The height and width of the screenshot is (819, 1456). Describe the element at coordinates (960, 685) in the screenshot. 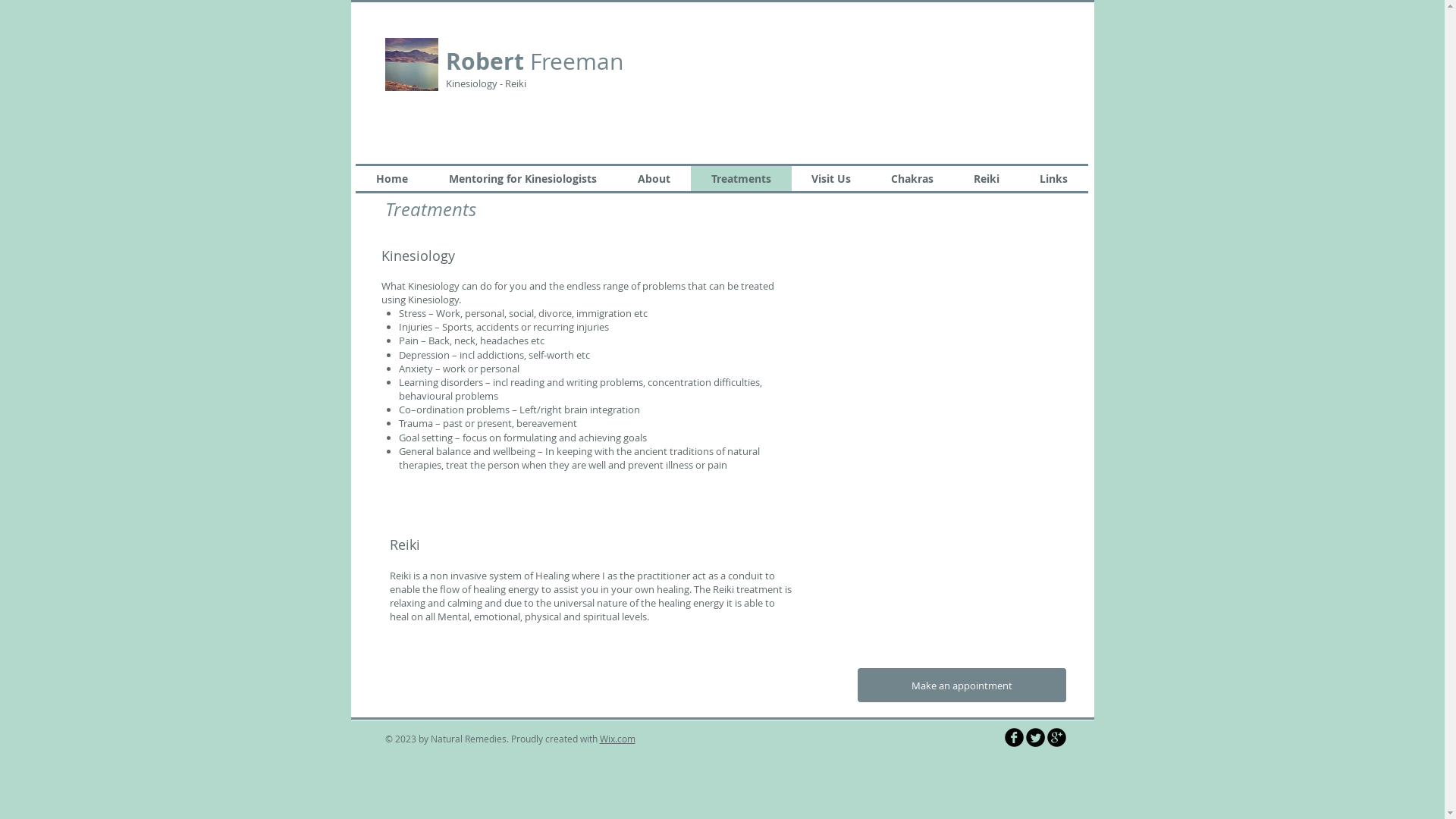

I see `'Make an appointment'` at that location.